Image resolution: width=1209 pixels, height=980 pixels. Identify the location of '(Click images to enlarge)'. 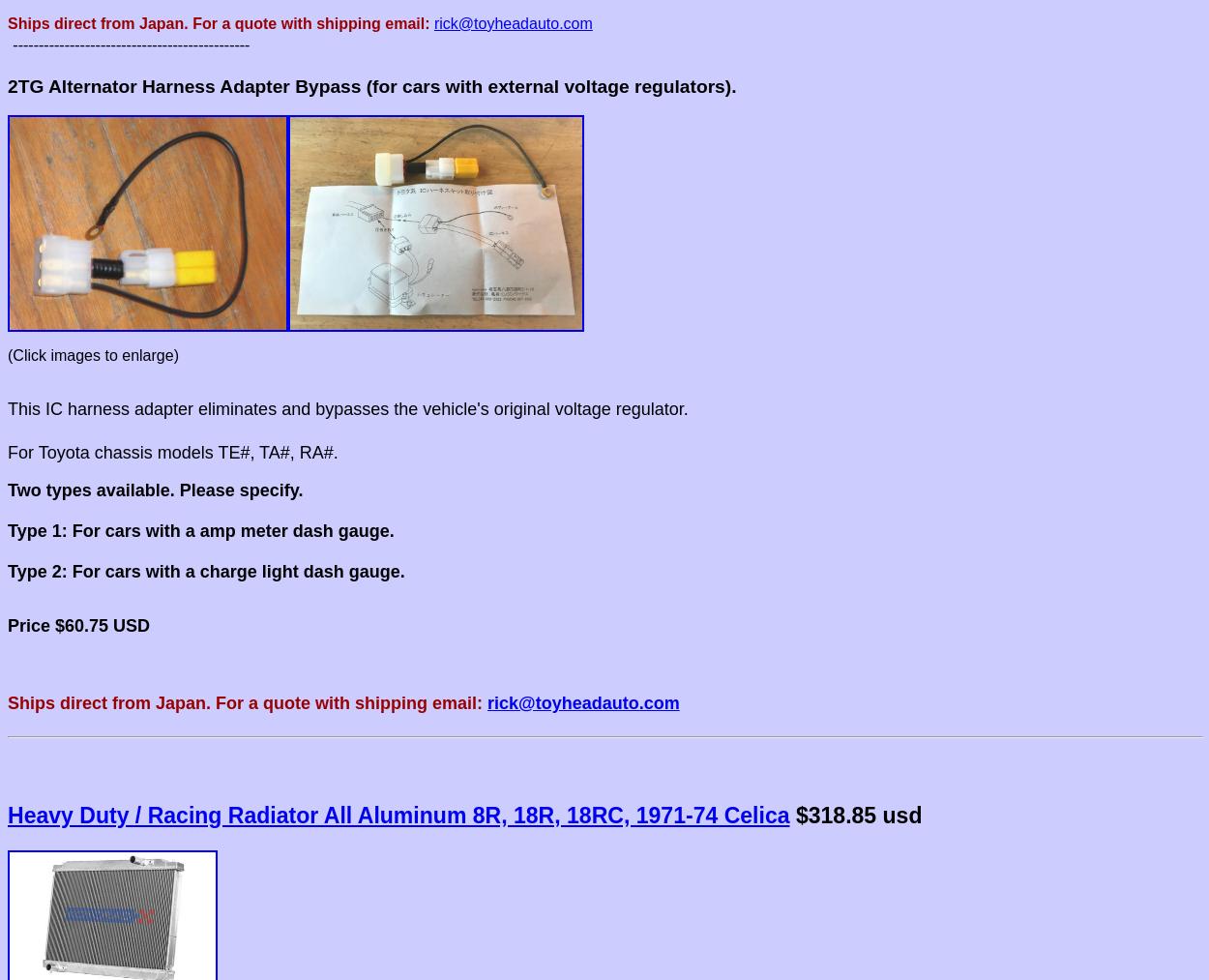
(91, 354).